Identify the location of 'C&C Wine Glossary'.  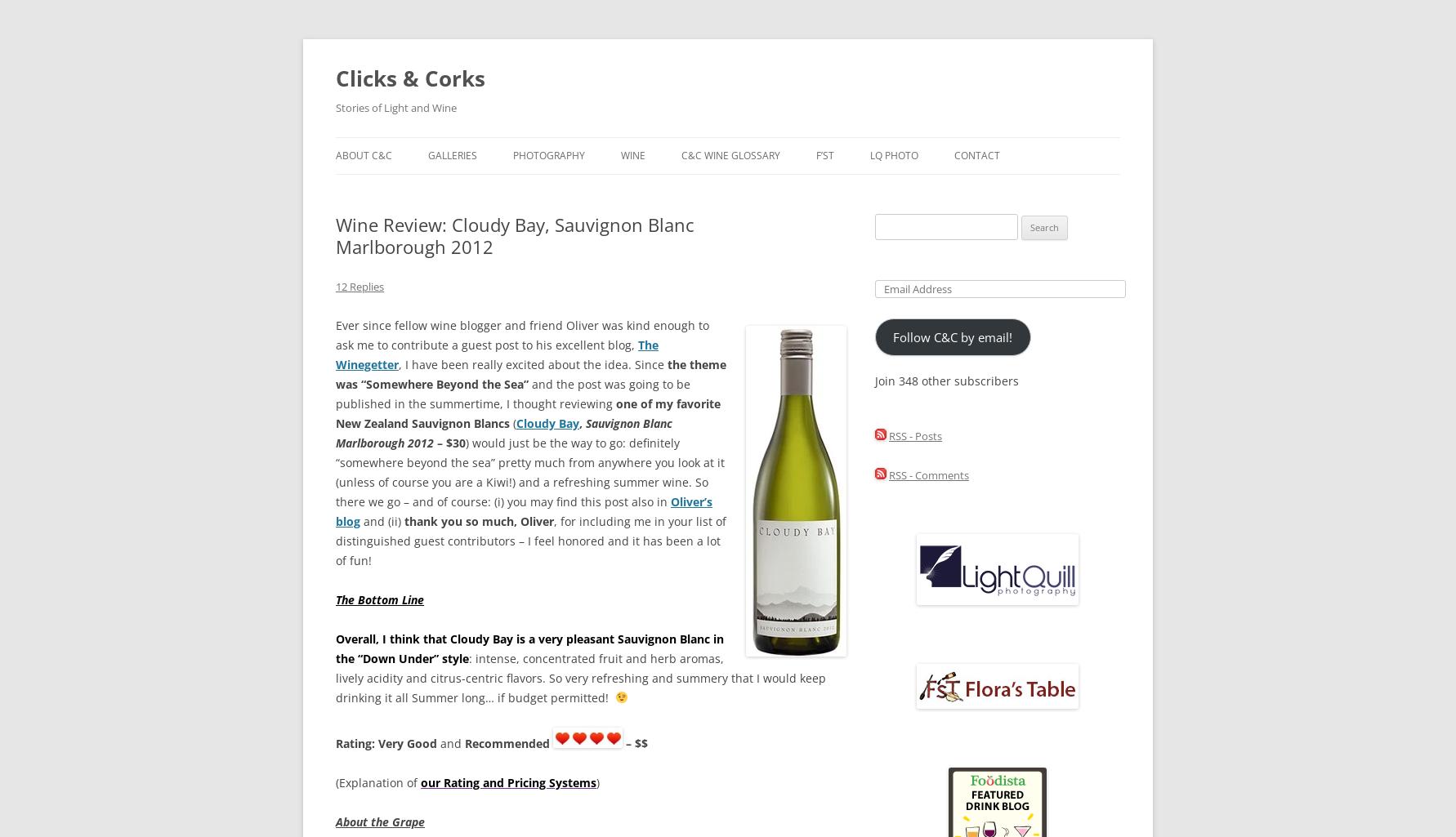
(730, 155).